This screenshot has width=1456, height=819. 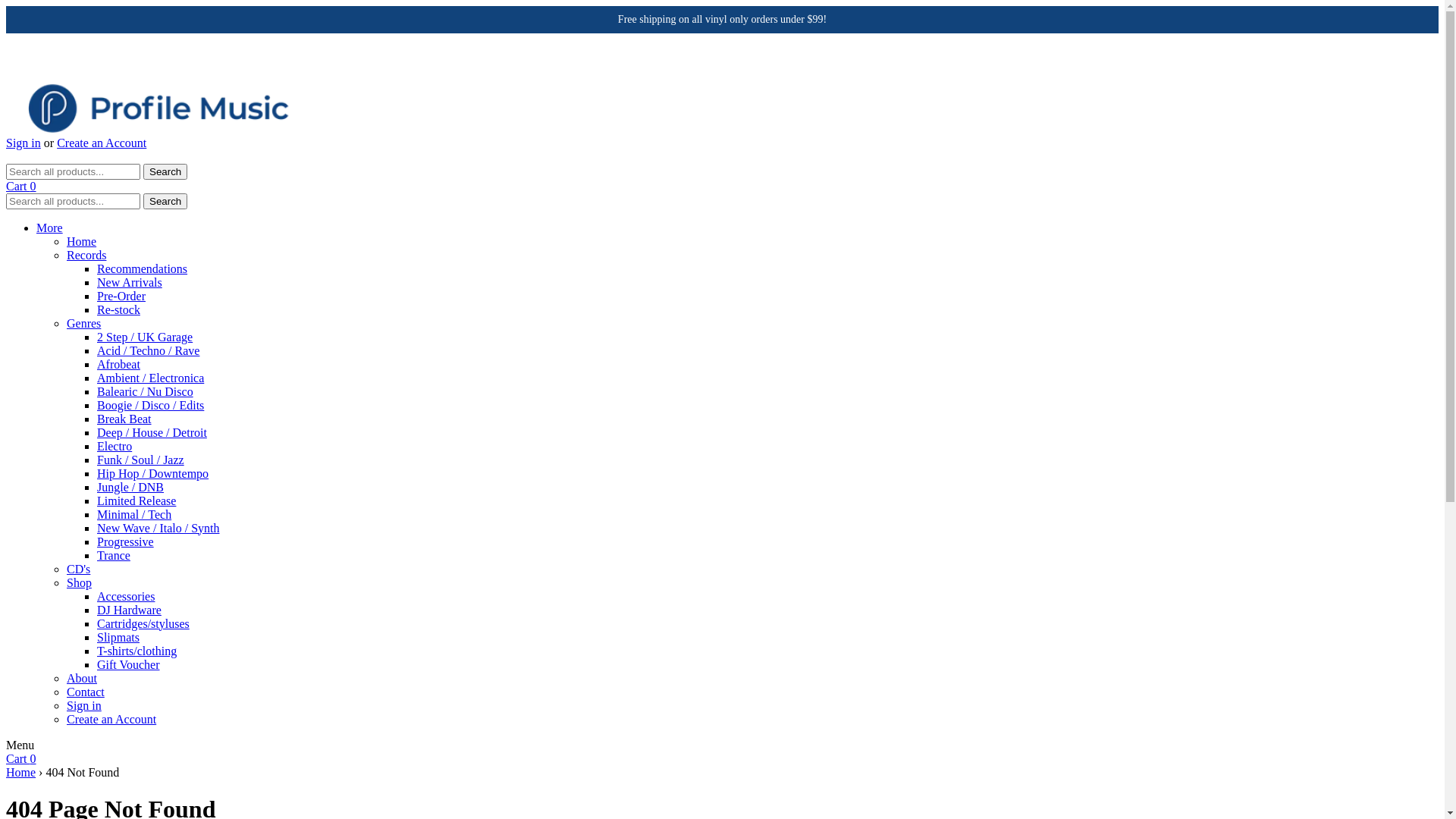 What do you see at coordinates (150, 404) in the screenshot?
I see `'Boogie / Disco / Edits'` at bounding box center [150, 404].